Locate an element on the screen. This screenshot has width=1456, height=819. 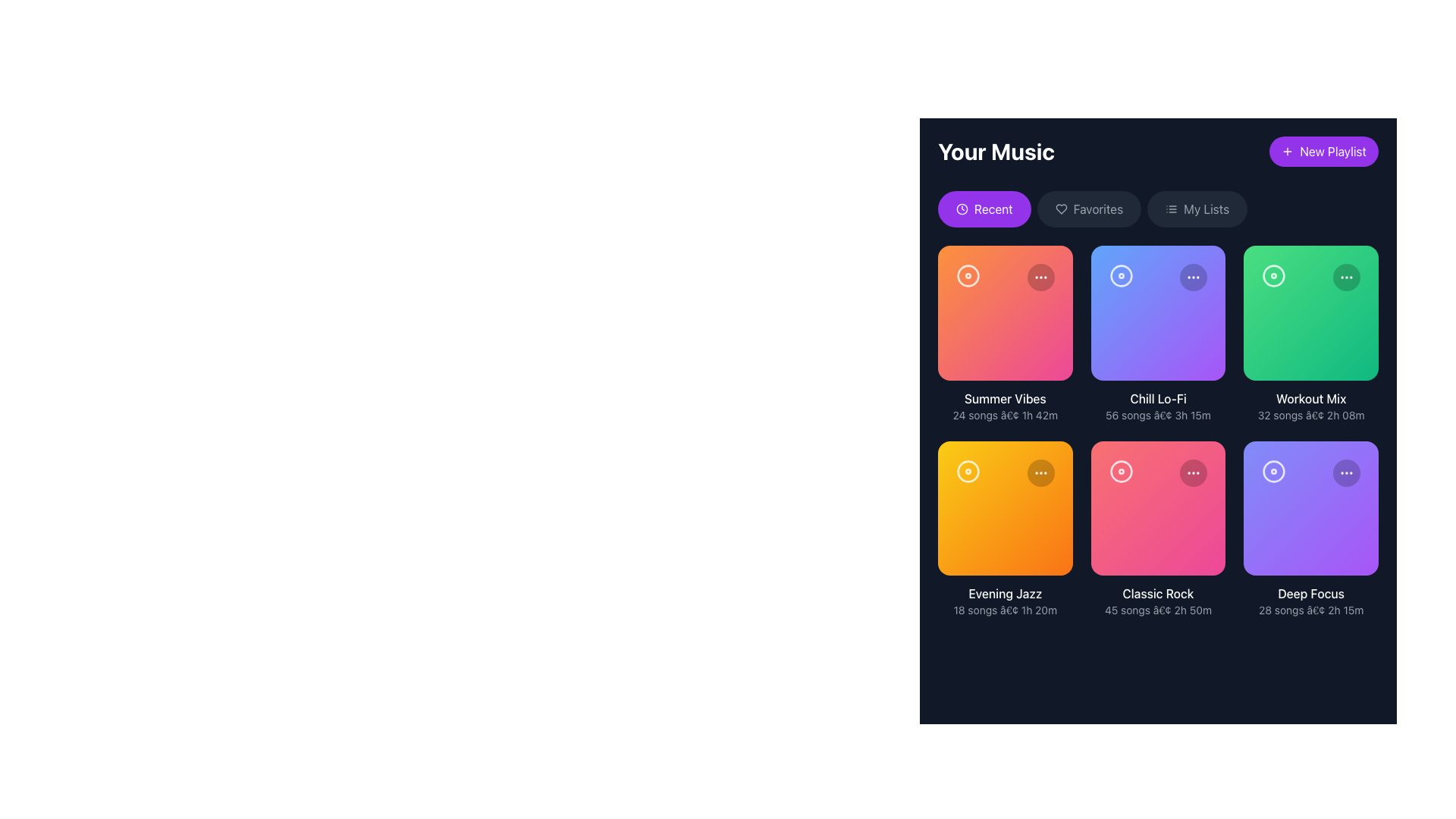
the square card with rounded corners and a gradient background transitioning from blue to purple, which is positioned in the middle of the top row of a grid layout is located at coordinates (1157, 312).